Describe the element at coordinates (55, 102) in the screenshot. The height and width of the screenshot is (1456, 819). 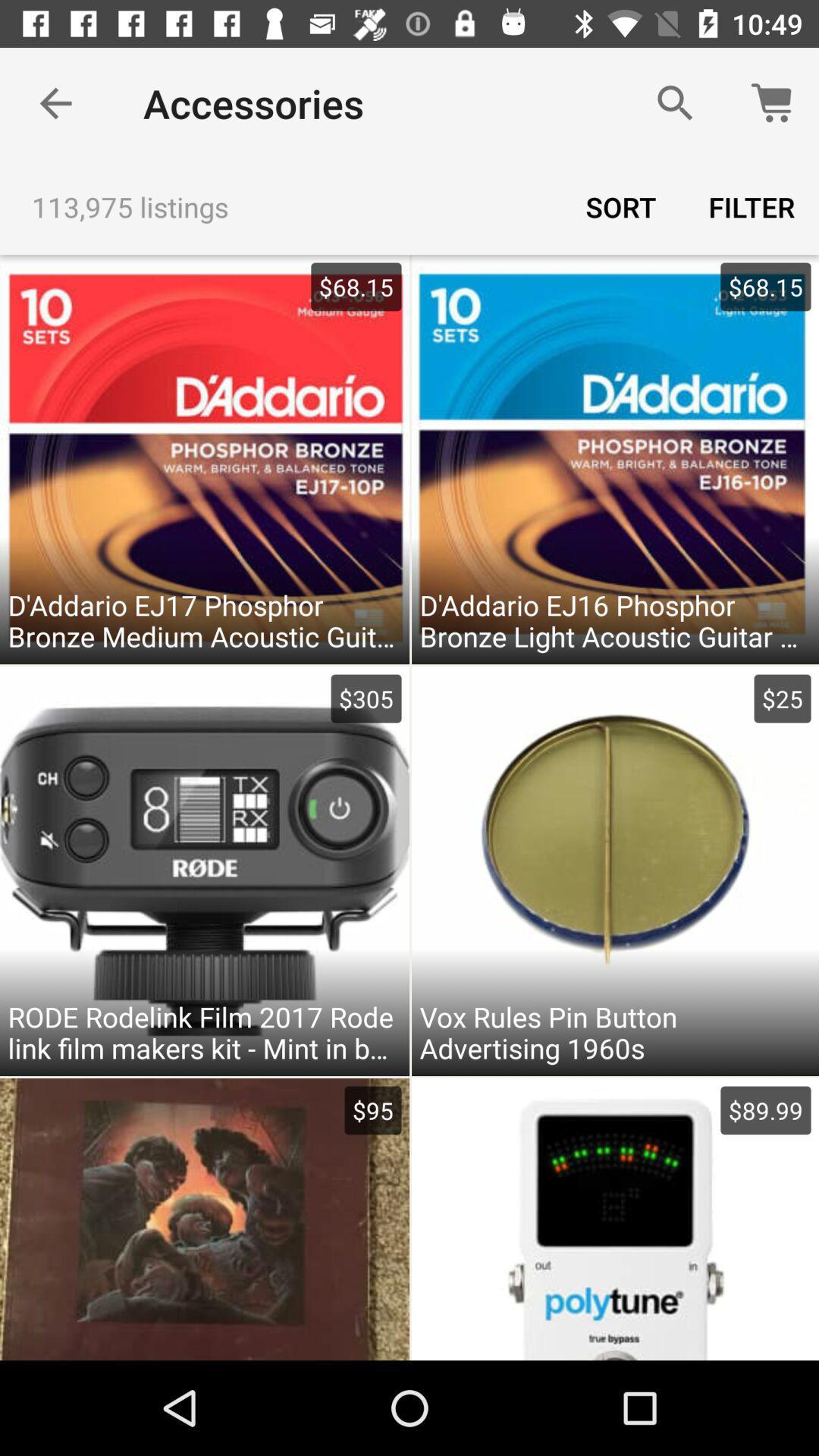
I see `item to the left of accessories` at that location.